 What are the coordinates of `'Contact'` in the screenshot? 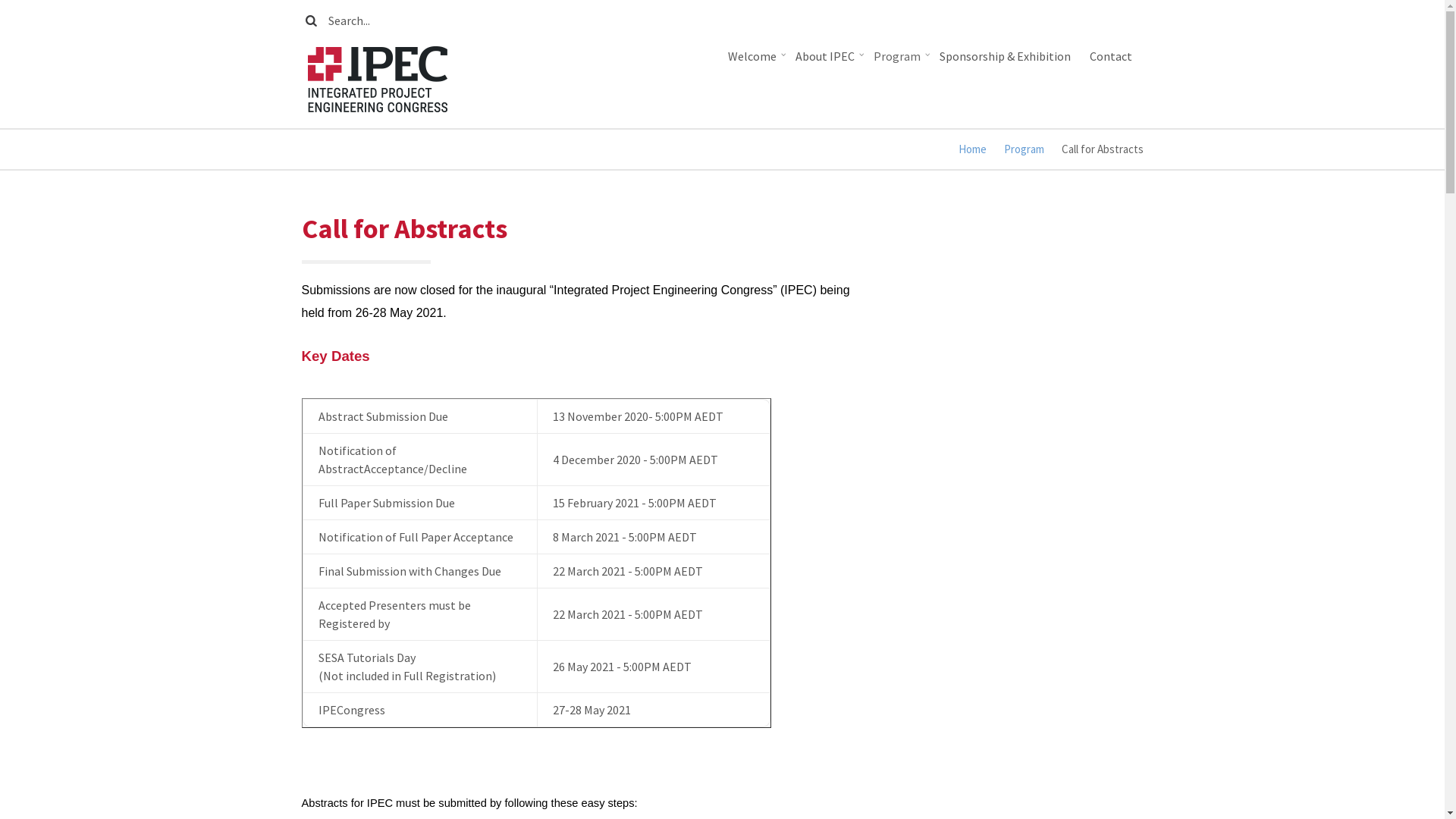 It's located at (1112, 55).